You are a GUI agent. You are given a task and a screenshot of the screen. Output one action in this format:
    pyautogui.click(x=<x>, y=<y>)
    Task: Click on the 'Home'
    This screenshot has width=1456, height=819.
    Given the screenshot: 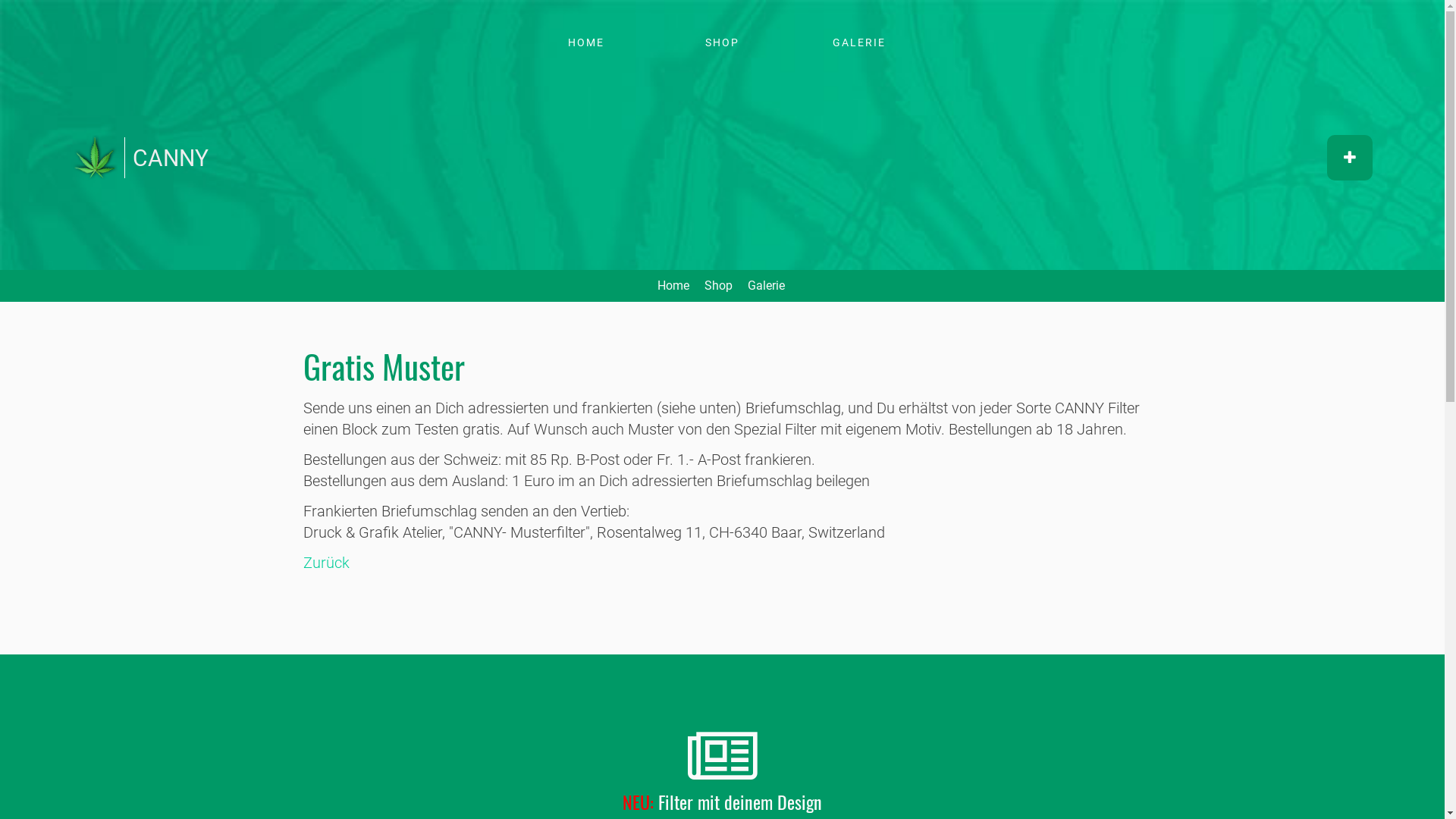 What is the action you would take?
    pyautogui.click(x=672, y=285)
    